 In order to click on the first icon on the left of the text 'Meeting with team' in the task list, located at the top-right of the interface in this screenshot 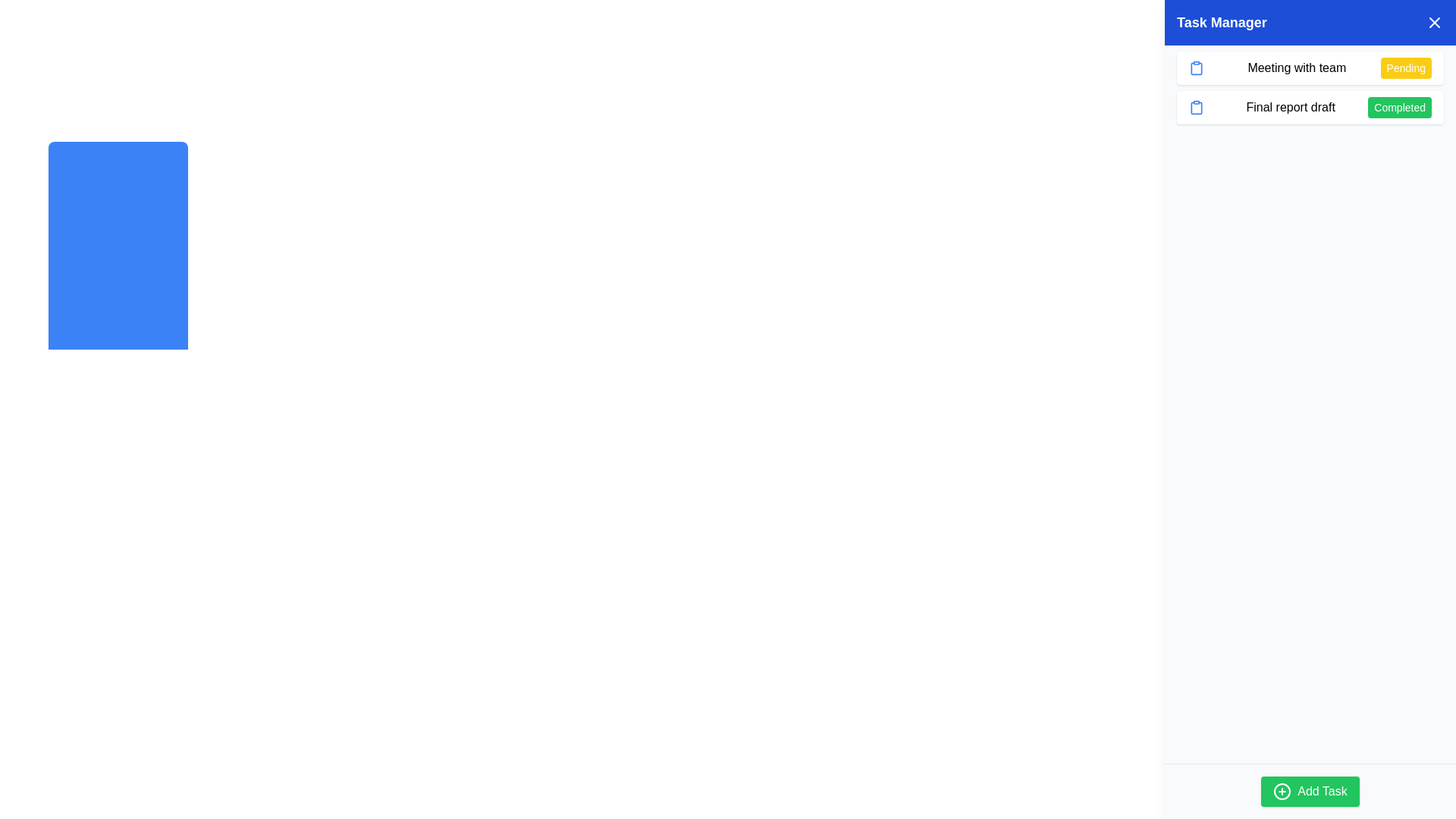, I will do `click(1196, 67)`.